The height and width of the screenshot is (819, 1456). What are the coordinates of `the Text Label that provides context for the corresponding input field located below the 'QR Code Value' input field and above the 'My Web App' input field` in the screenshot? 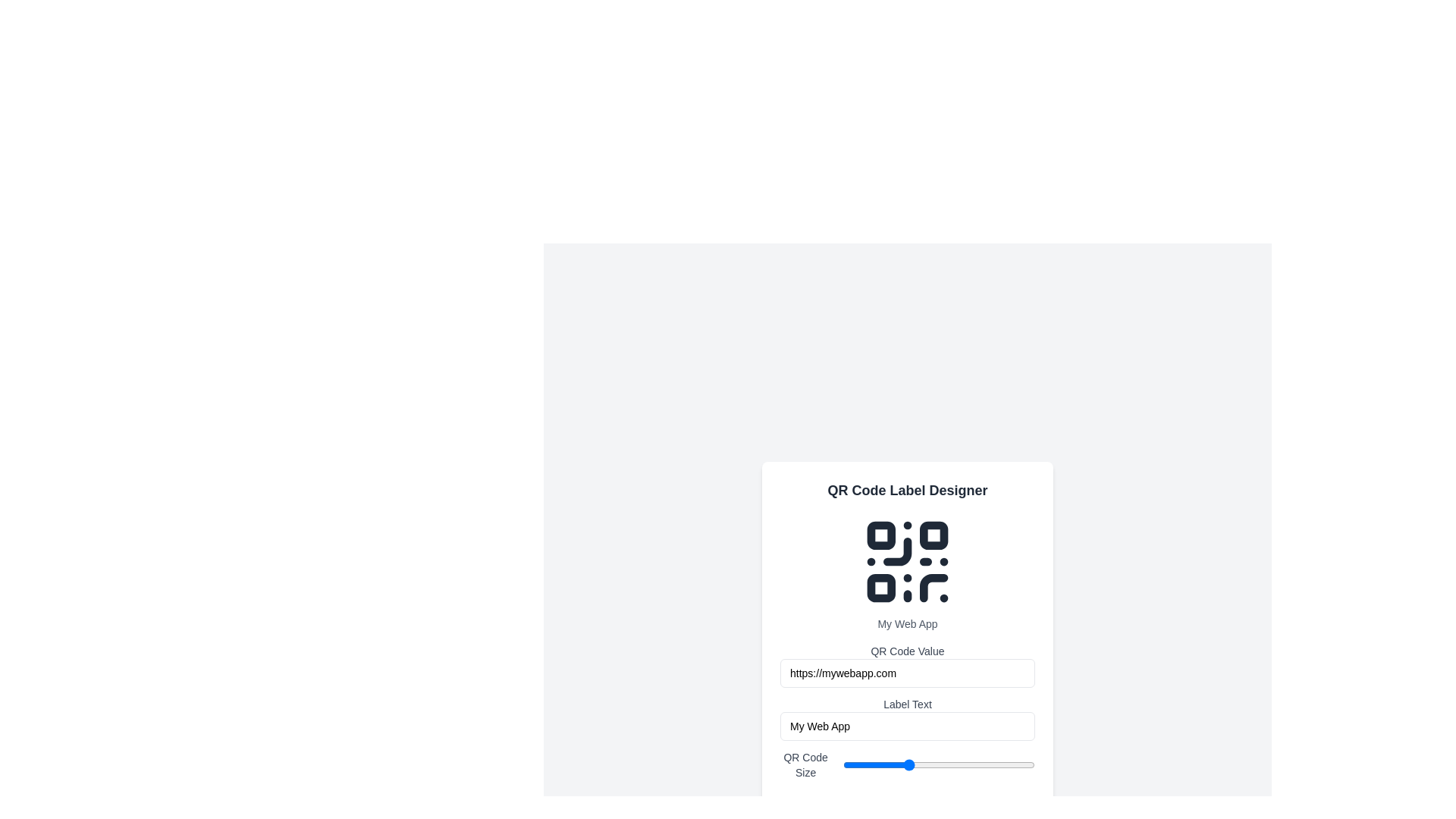 It's located at (907, 704).